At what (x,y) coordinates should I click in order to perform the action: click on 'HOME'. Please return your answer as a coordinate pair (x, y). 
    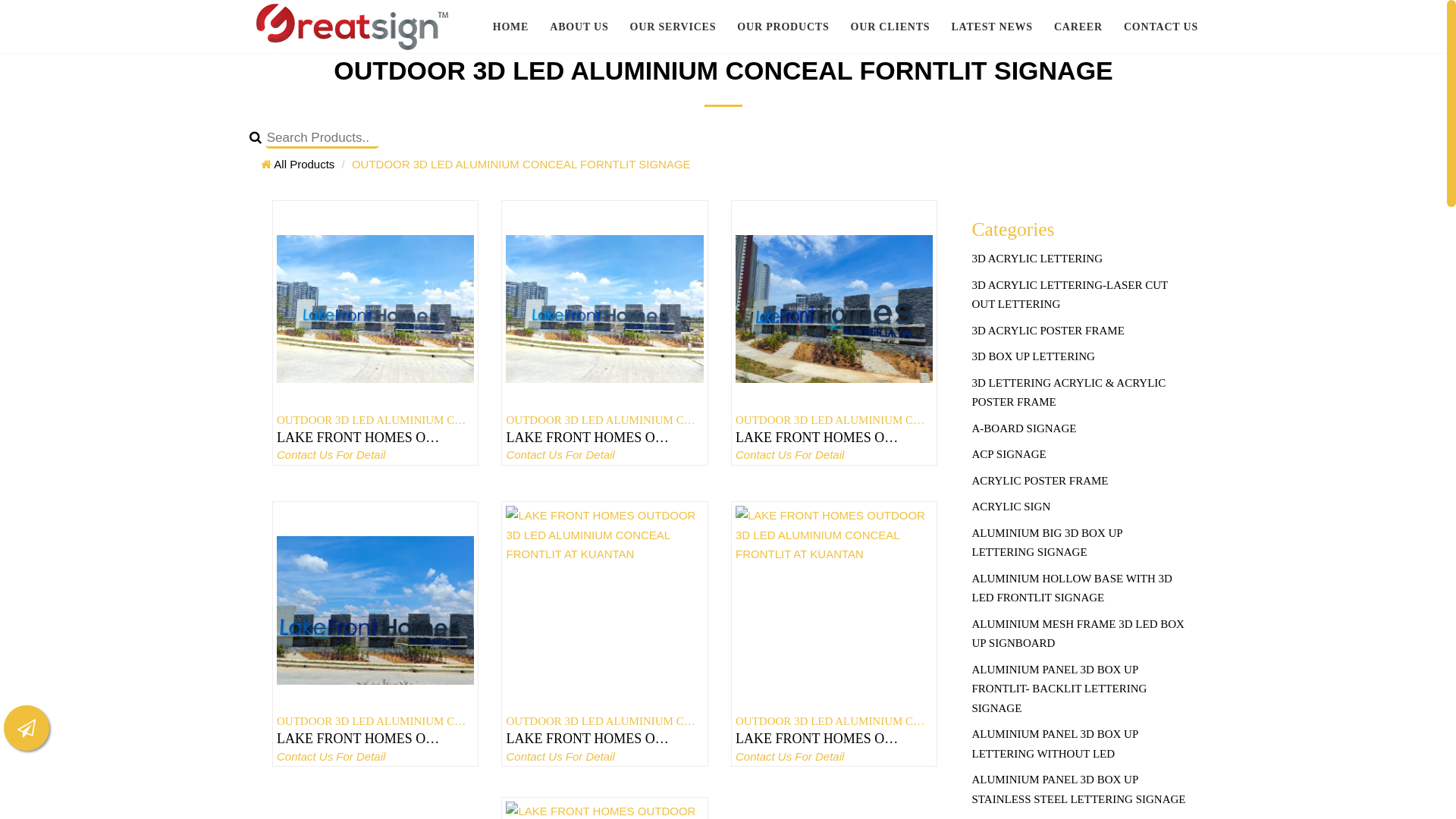
    Looking at the image, I should click on (510, 27).